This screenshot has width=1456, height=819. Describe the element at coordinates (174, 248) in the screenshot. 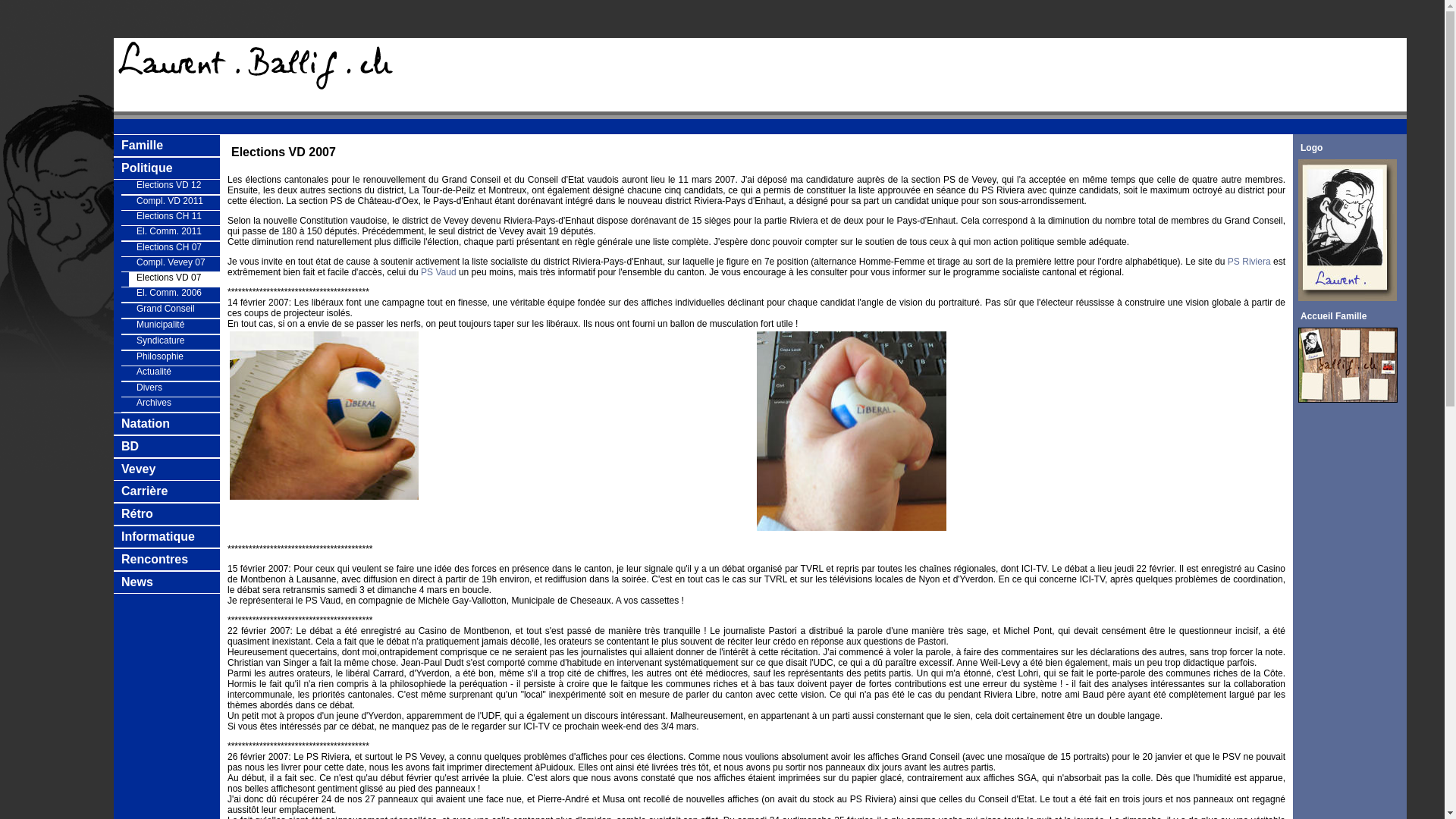

I see `'Elections CH 07'` at that location.